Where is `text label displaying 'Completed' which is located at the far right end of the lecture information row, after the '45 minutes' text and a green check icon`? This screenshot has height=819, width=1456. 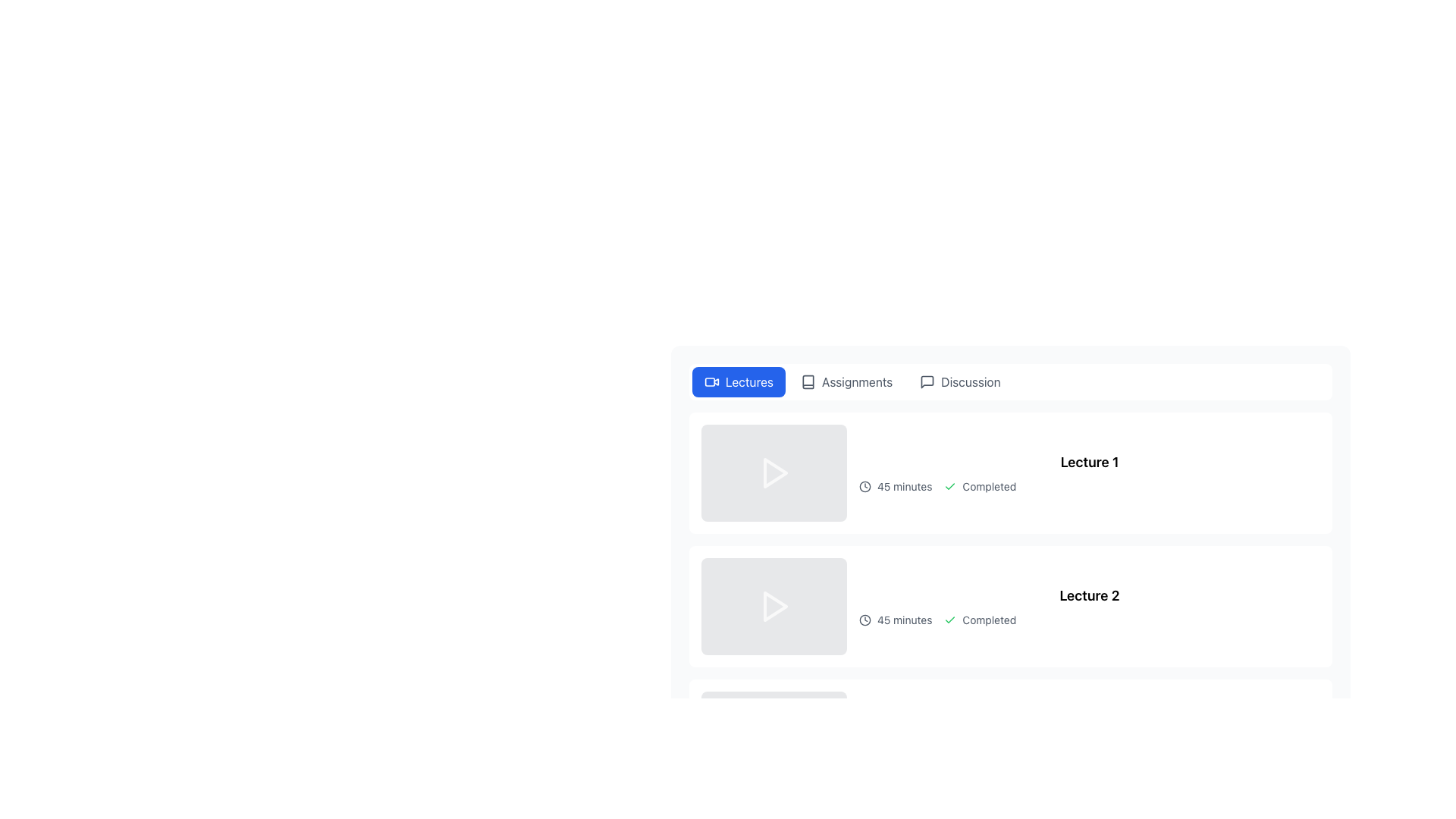 text label displaying 'Completed' which is located at the far right end of the lecture information row, after the '45 minutes' text and a green check icon is located at coordinates (989, 486).